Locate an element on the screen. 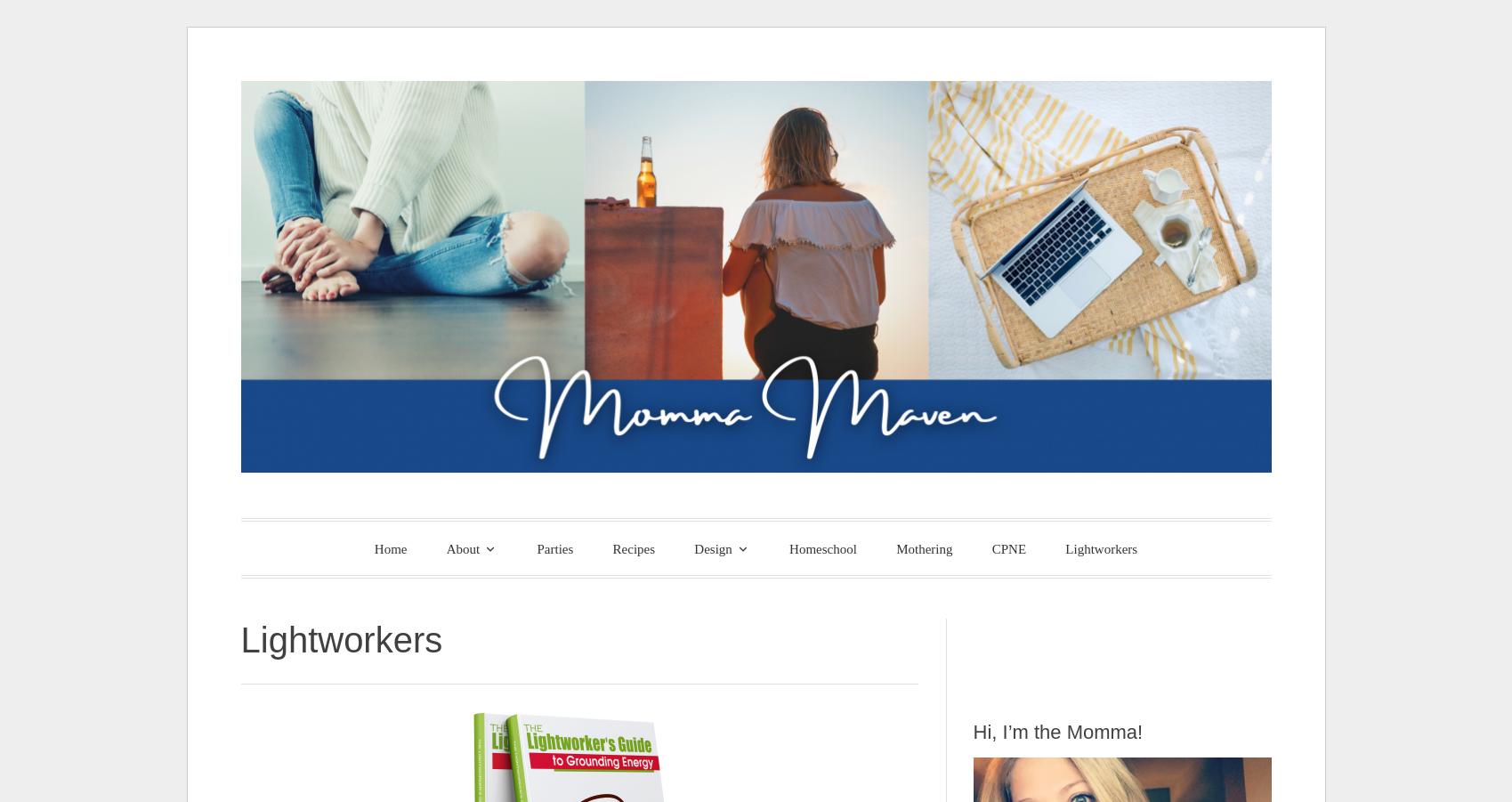 The image size is (1512, 802). 'Homeschool' is located at coordinates (821, 547).